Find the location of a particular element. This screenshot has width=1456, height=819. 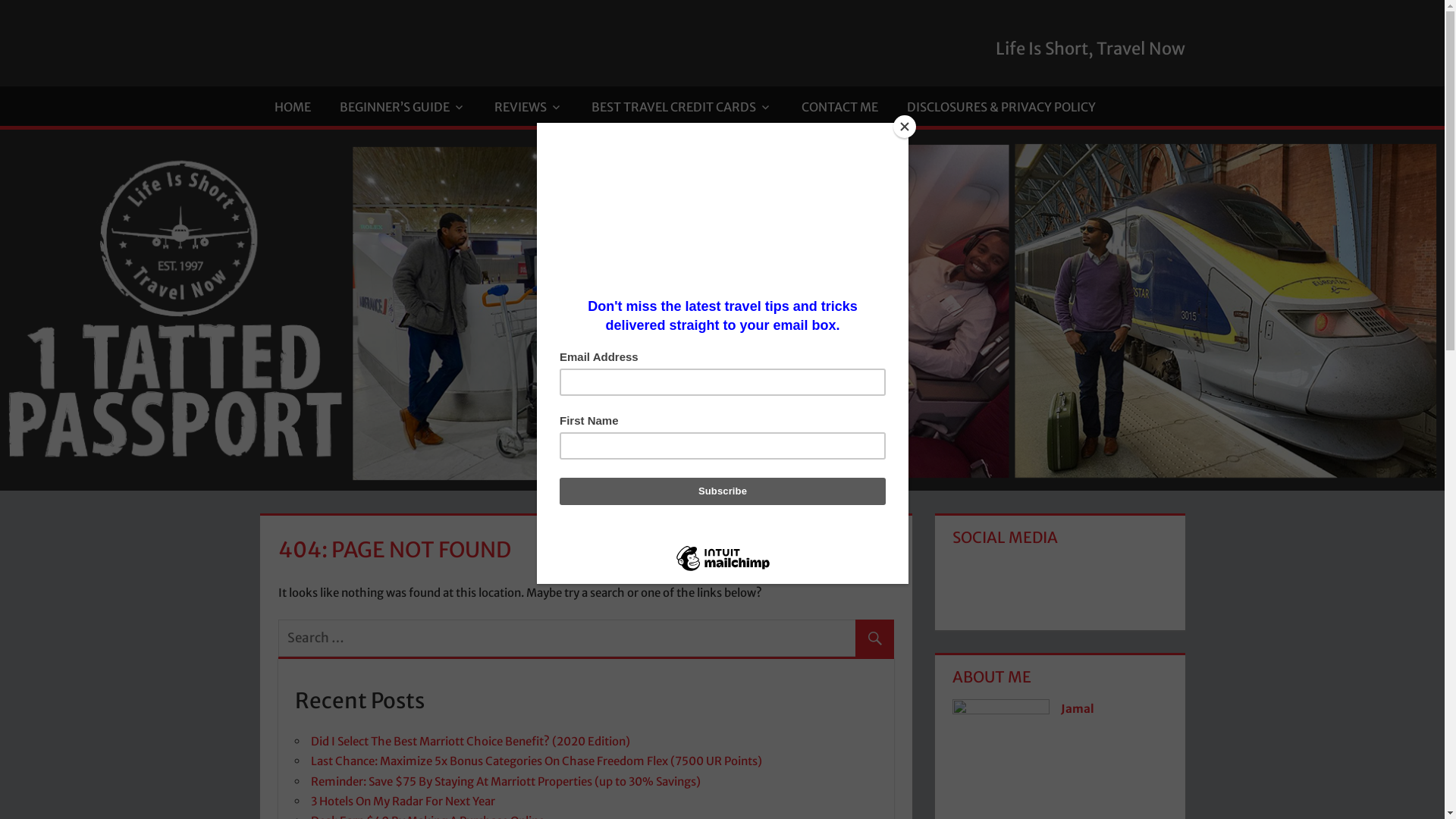

'REVIEWS' is located at coordinates (528, 105).